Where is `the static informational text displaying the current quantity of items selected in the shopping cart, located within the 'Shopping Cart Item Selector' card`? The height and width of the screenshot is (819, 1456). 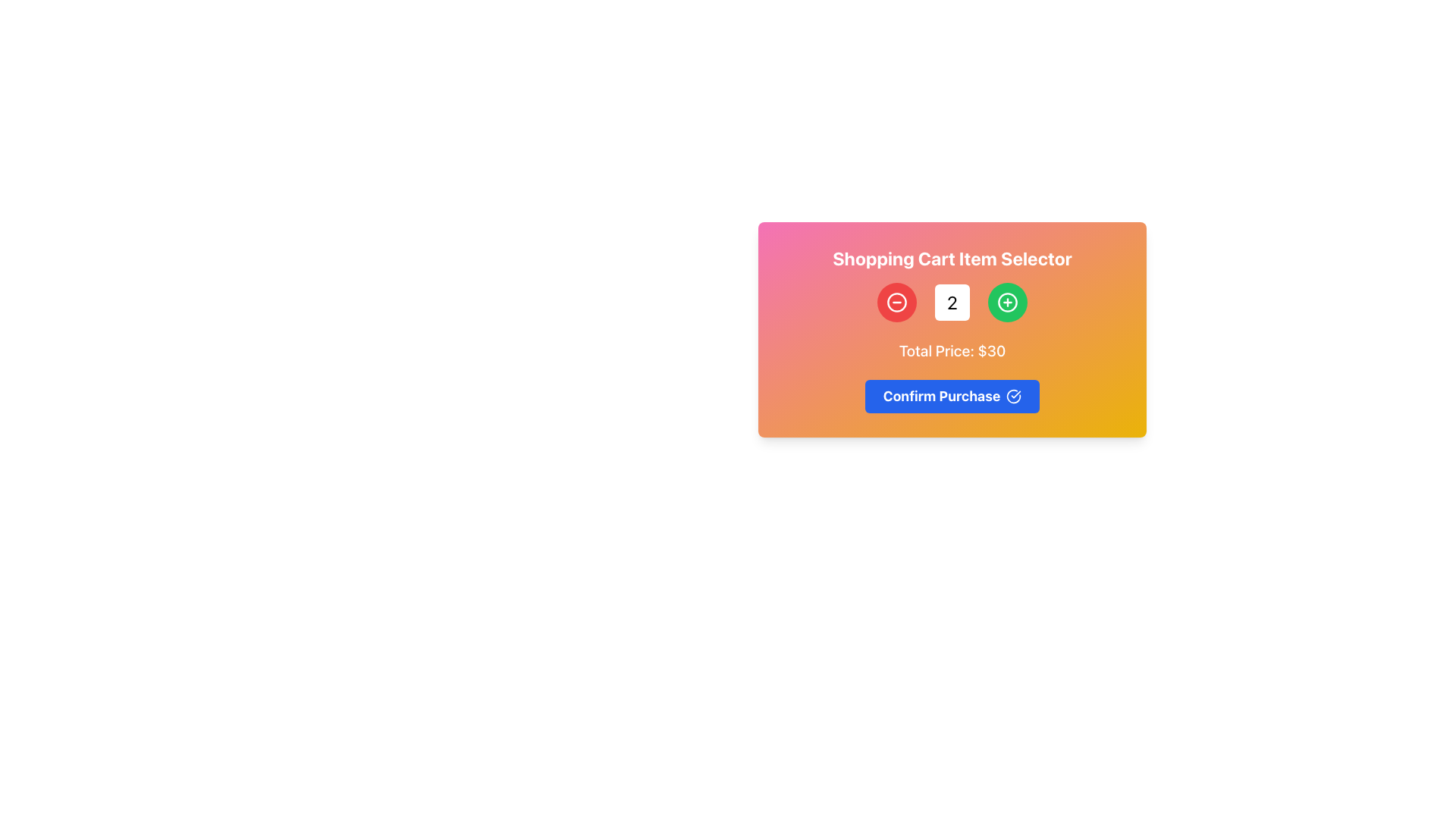
the static informational text displaying the current quantity of items selected in the shopping cart, located within the 'Shopping Cart Item Selector' card is located at coordinates (952, 302).